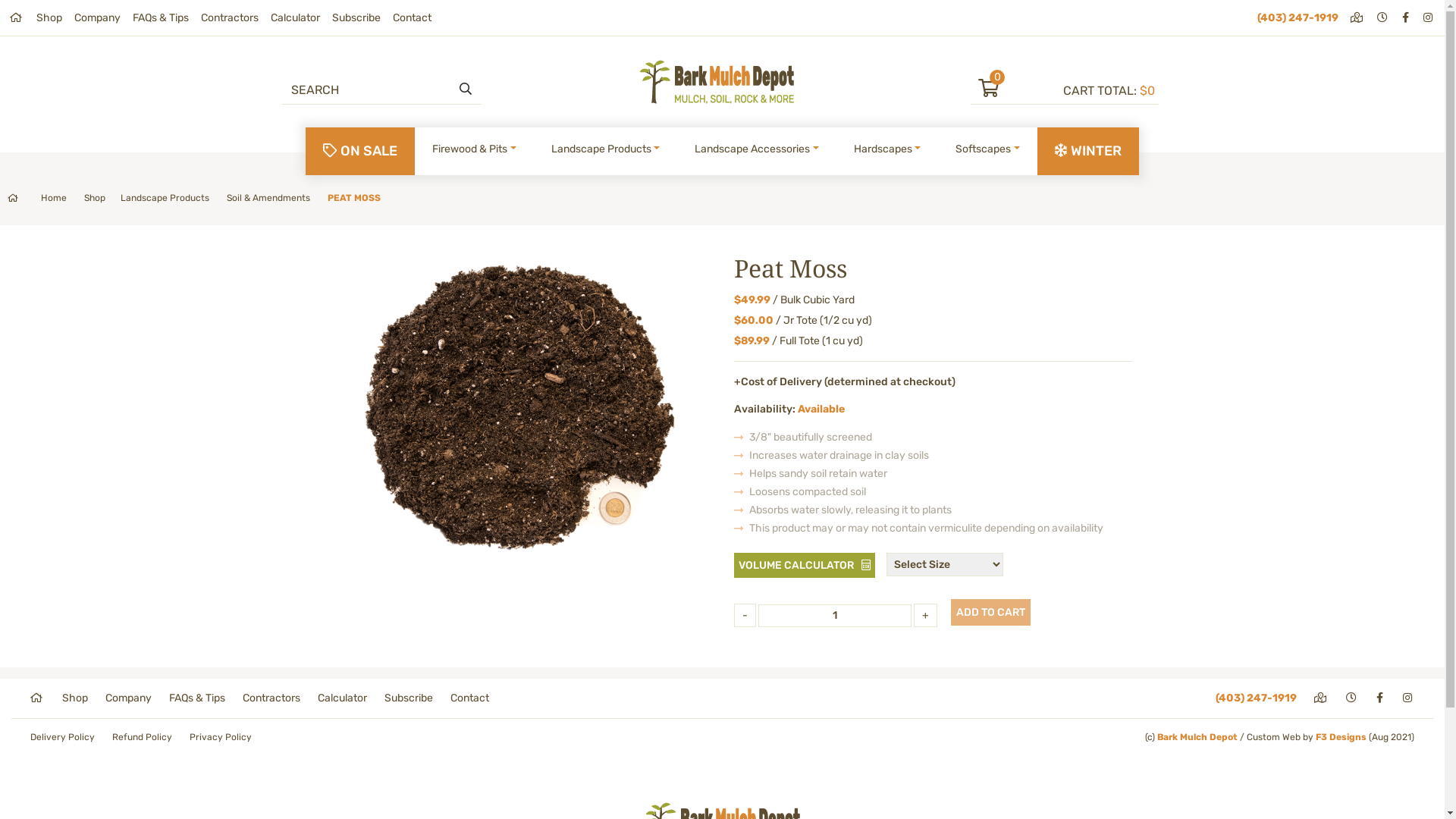 The image size is (1456, 819). What do you see at coordinates (803, 565) in the screenshot?
I see `'VOLUME CALCULATOR'` at bounding box center [803, 565].